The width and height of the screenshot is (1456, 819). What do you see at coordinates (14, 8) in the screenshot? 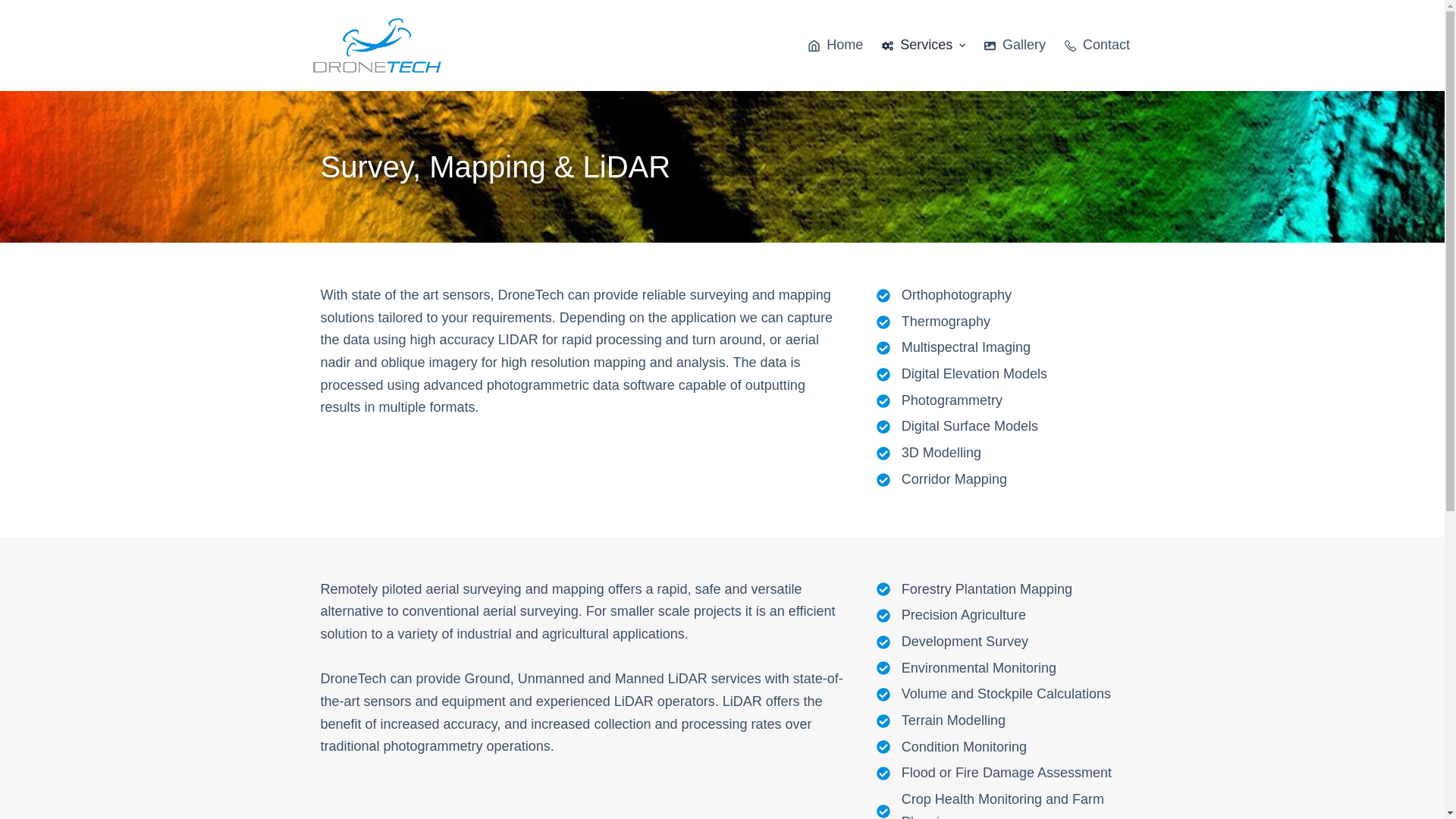
I see `'Skip to content'` at bounding box center [14, 8].